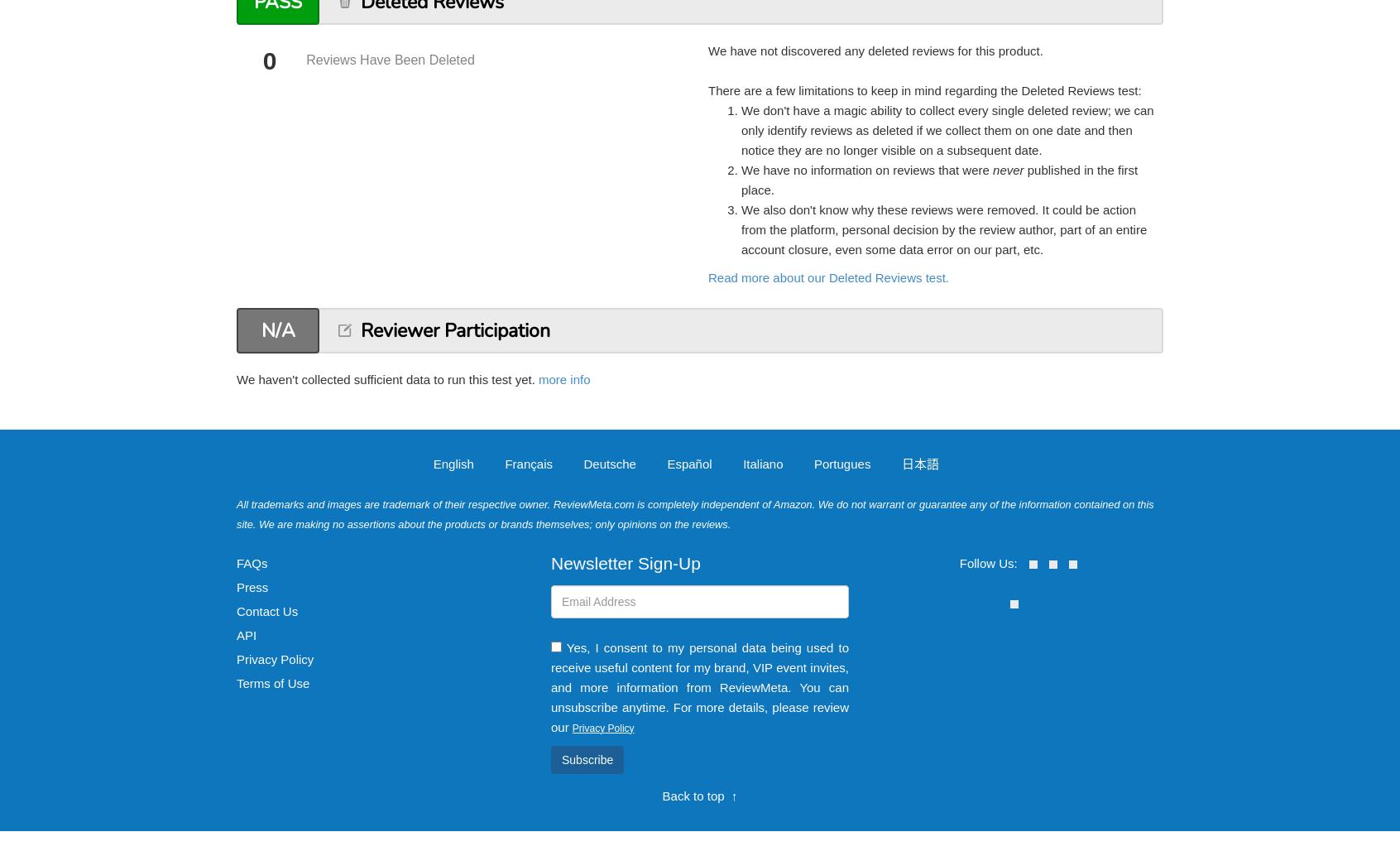 This screenshot has height=856, width=1400. Describe the element at coordinates (583, 463) in the screenshot. I see `'Deutsche'` at that location.